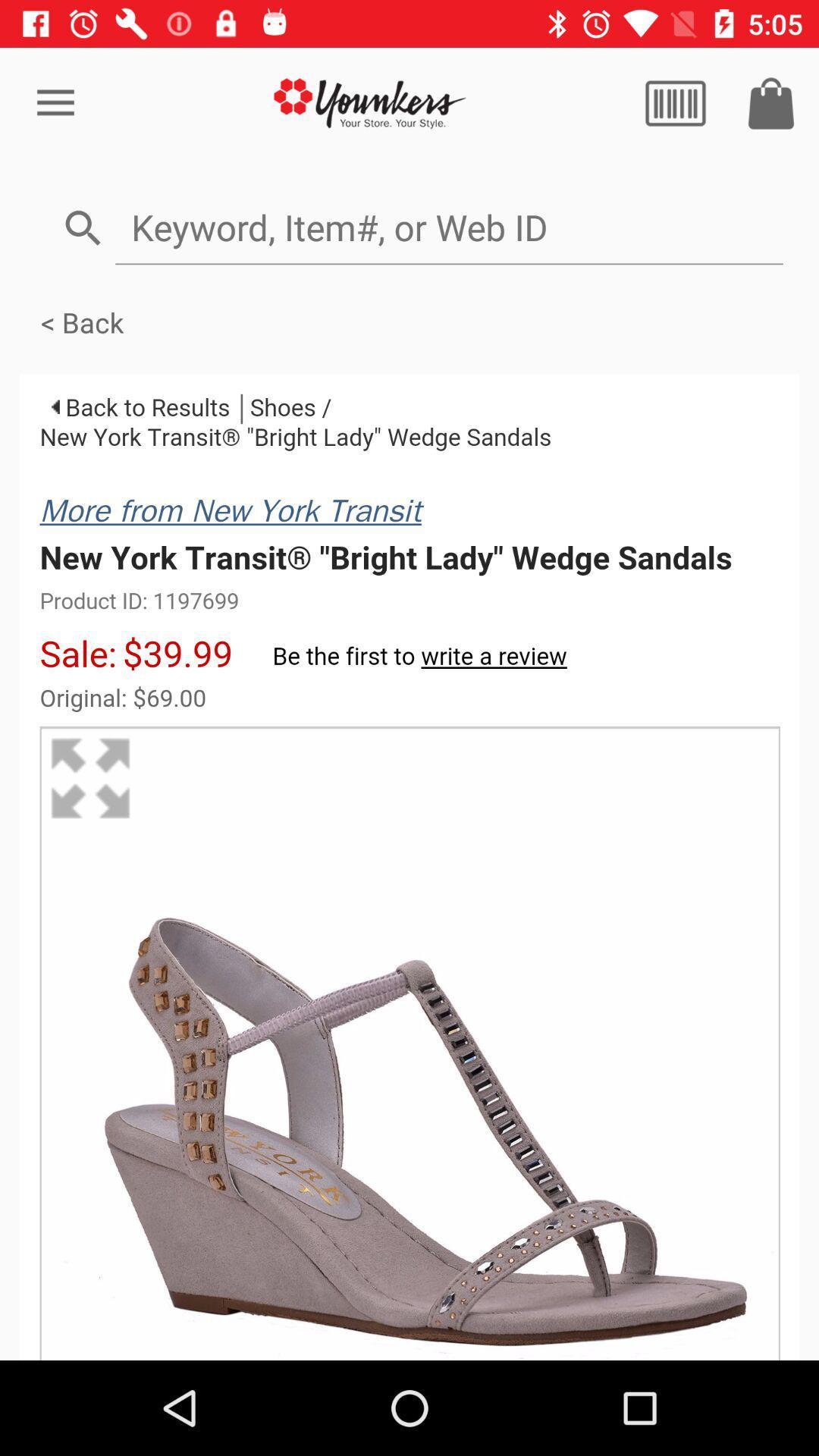 The width and height of the screenshot is (819, 1456). What do you see at coordinates (369, 102) in the screenshot?
I see `home` at bounding box center [369, 102].